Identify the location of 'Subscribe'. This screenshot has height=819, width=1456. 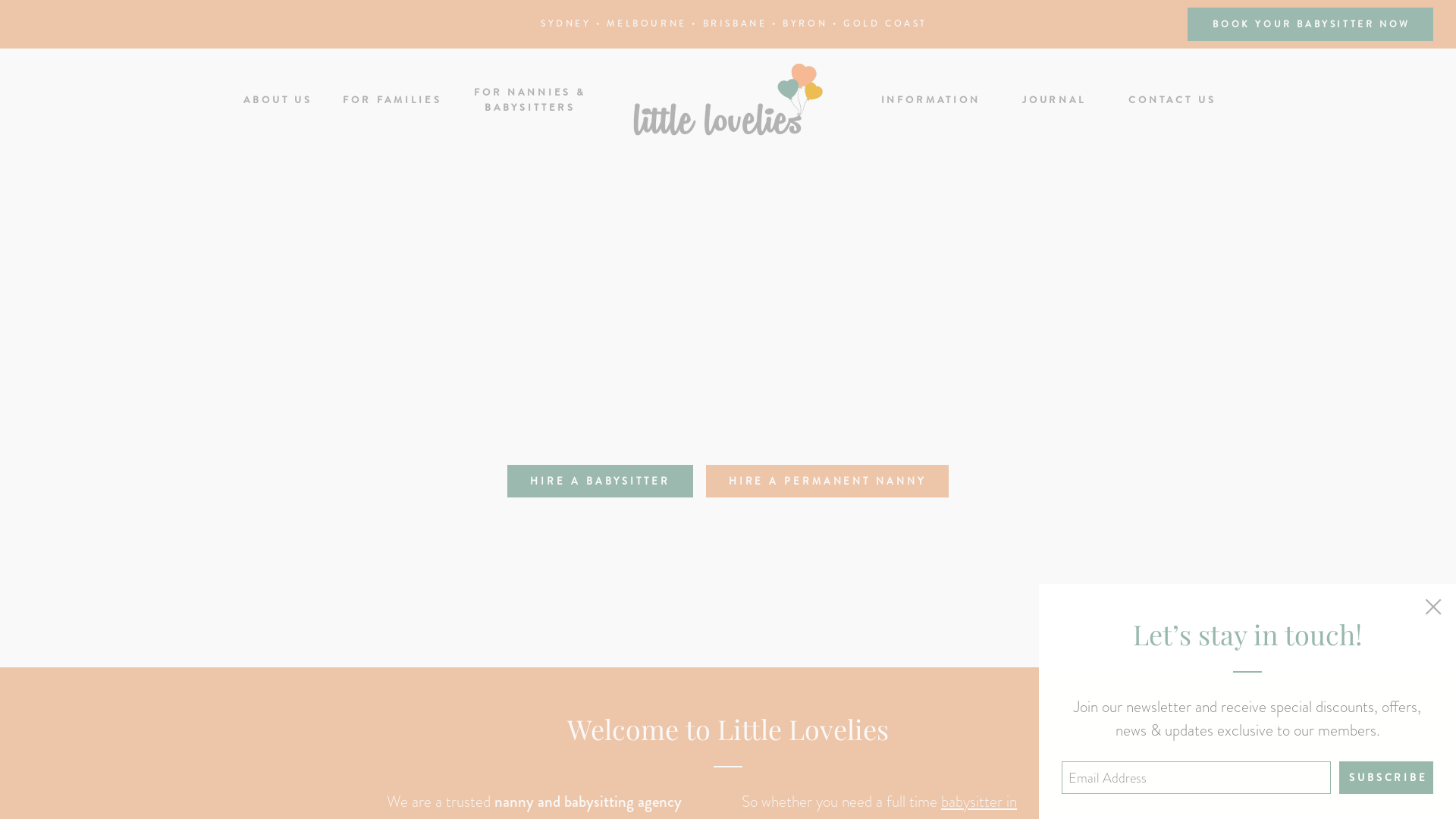
(1388, 777).